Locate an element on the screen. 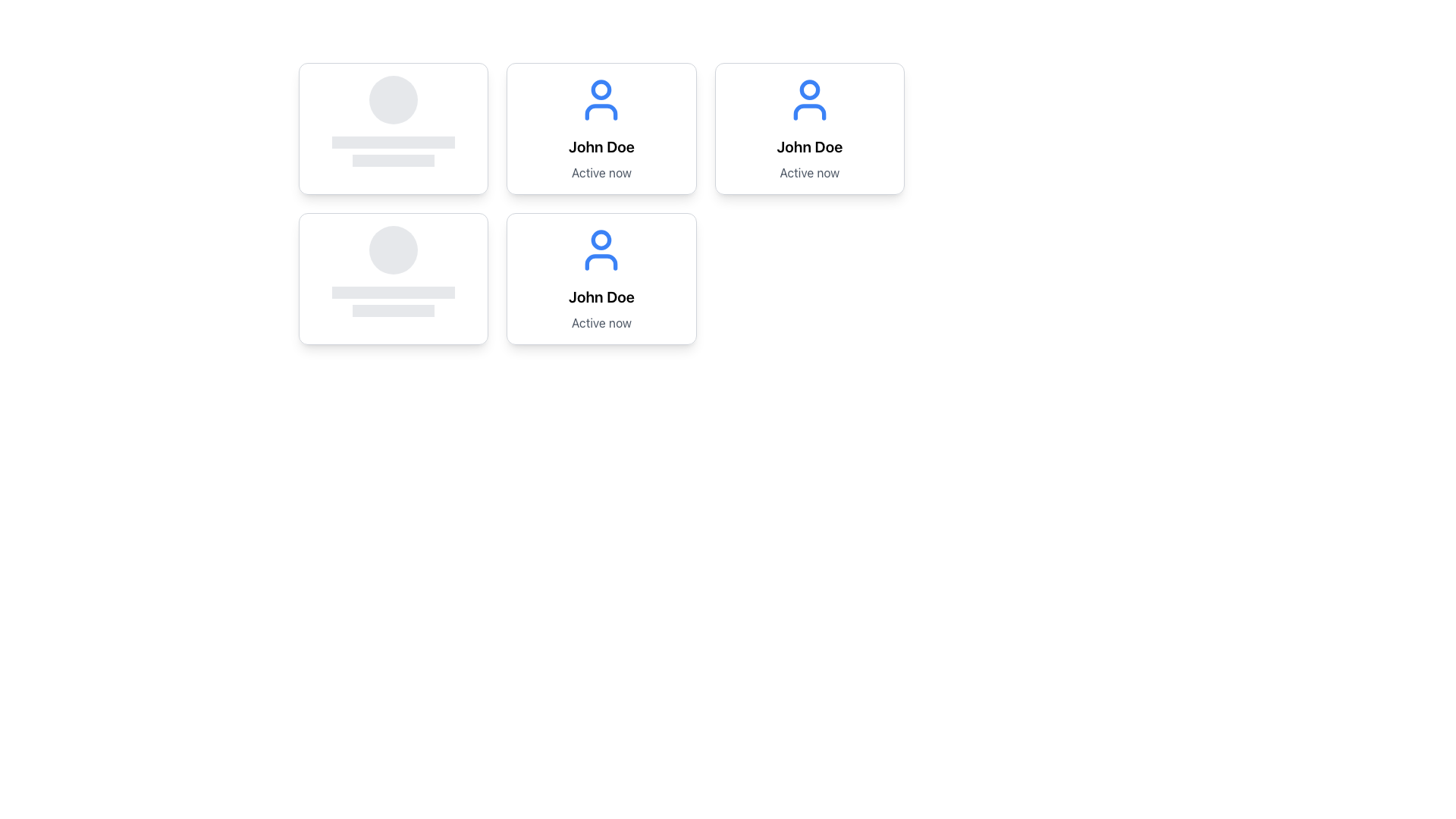 This screenshot has height=819, width=1456. the static text label displaying 'John Doe', which is styled with a large bold font and located above the caption 'Active now' is located at coordinates (601, 146).